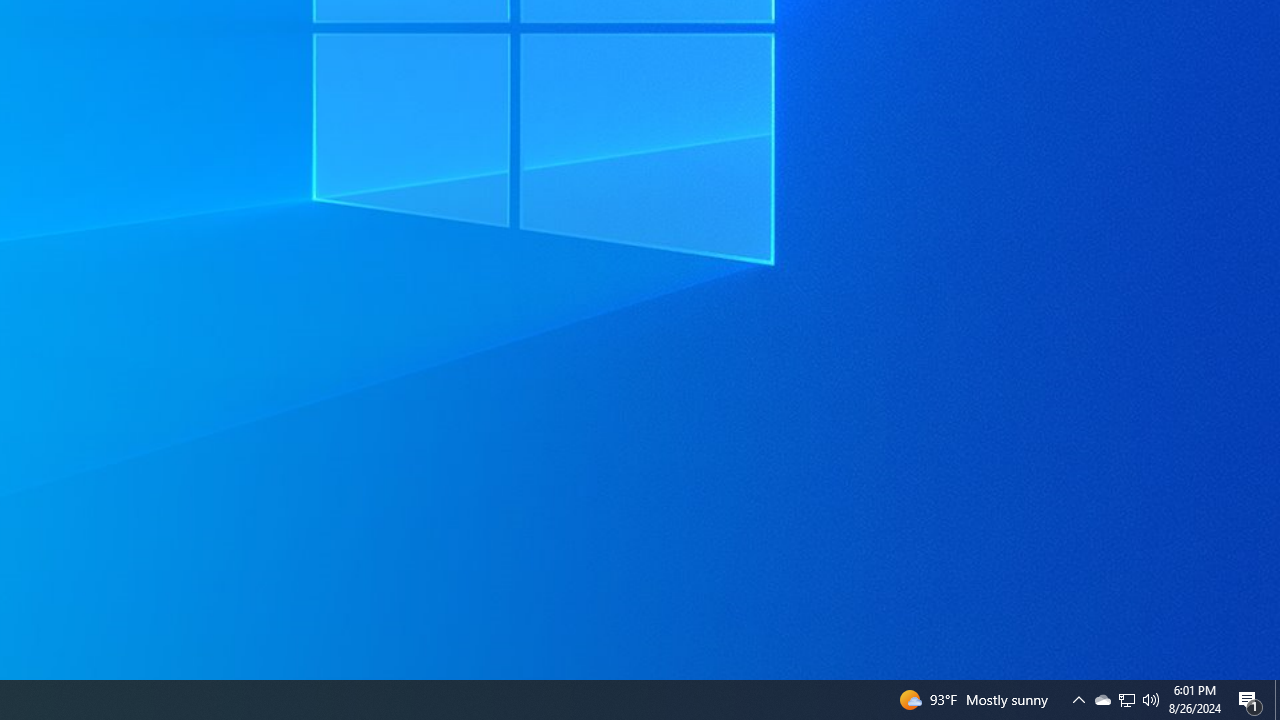  What do you see at coordinates (1276, 698) in the screenshot?
I see `'Show desktop'` at bounding box center [1276, 698].